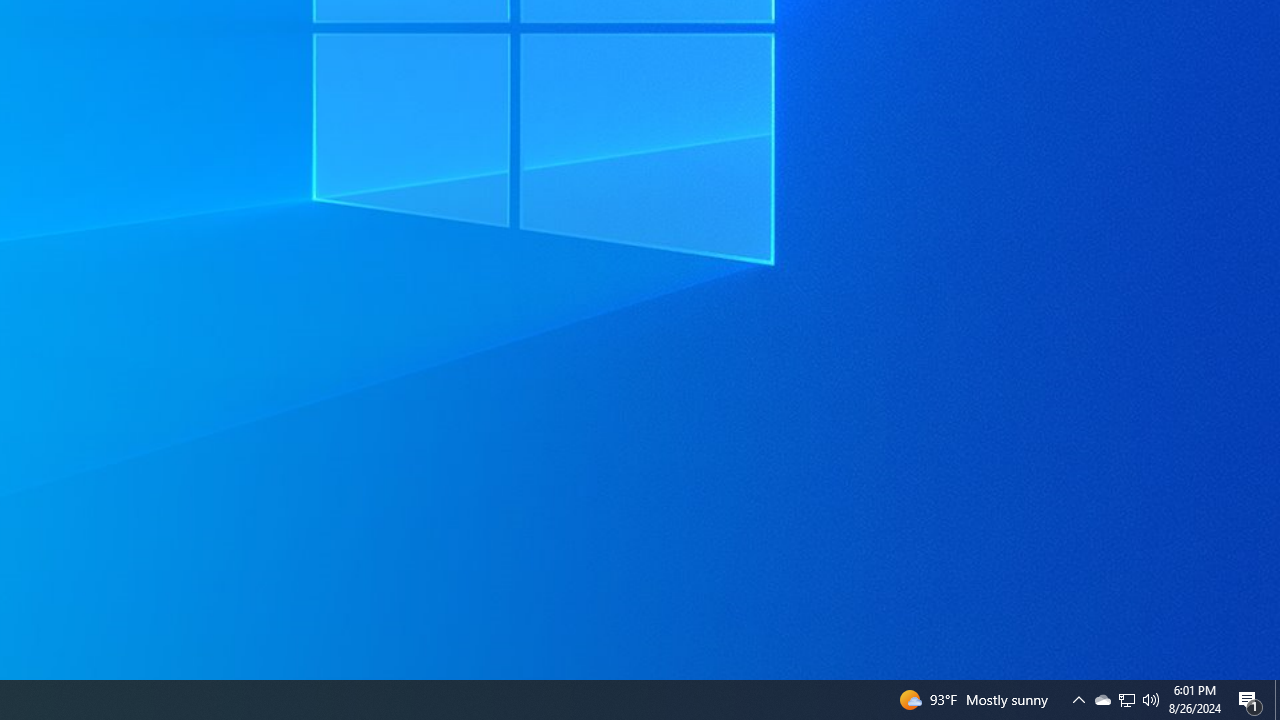  What do you see at coordinates (1276, 698) in the screenshot?
I see `'Show desktop'` at bounding box center [1276, 698].